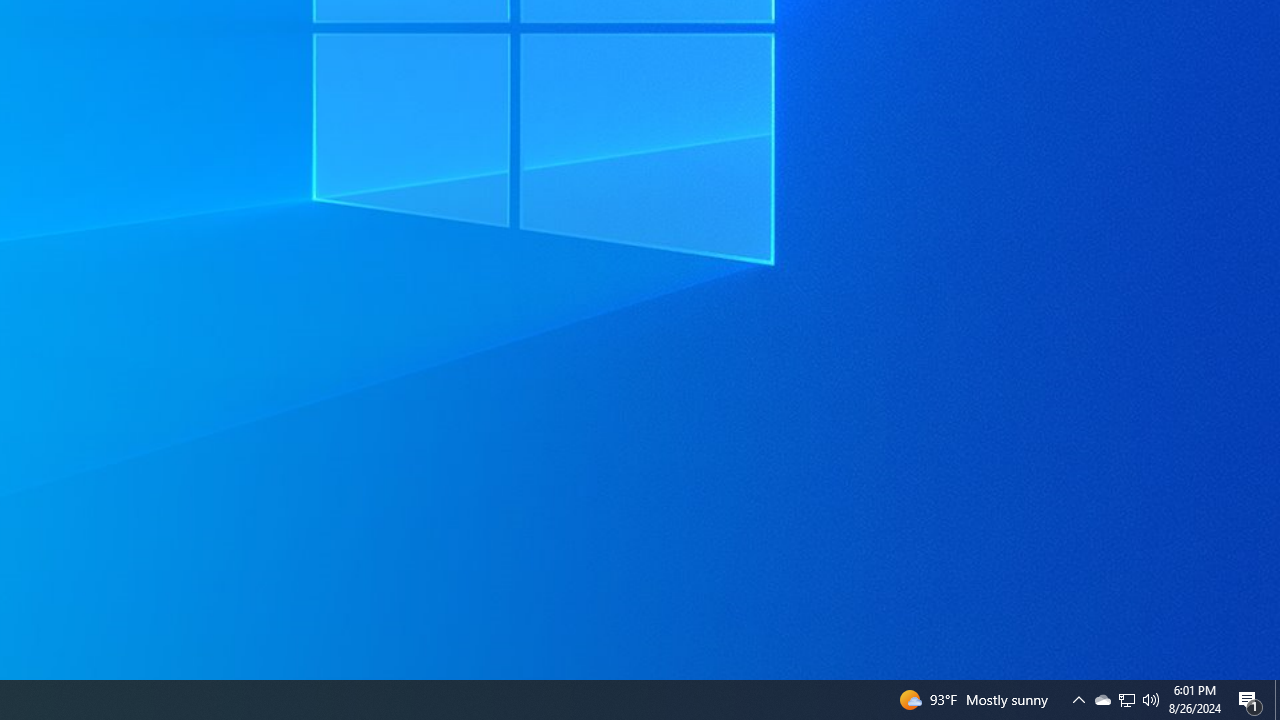  What do you see at coordinates (1276, 698) in the screenshot?
I see `'Show desktop'` at bounding box center [1276, 698].